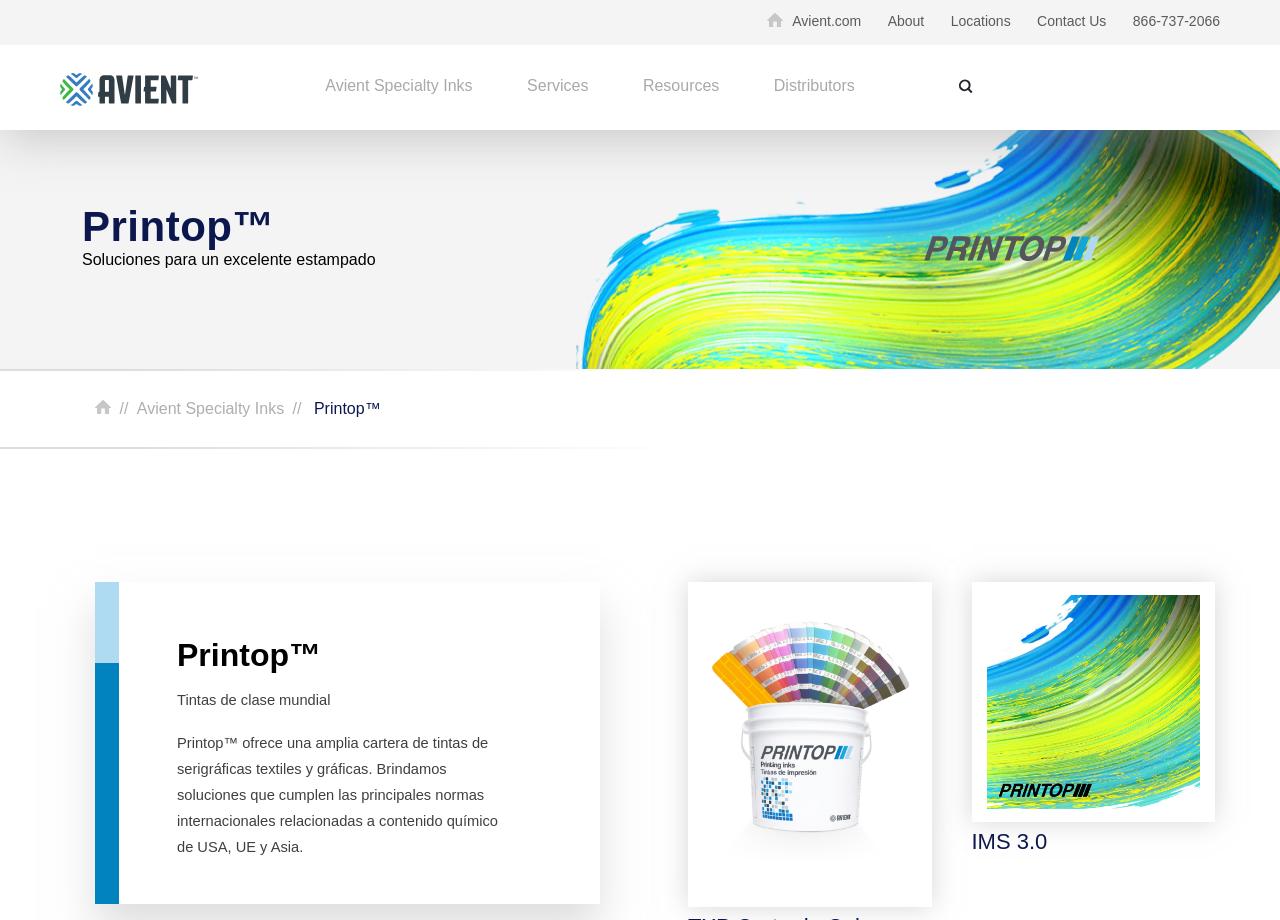 This screenshot has height=920, width=1280. I want to click on 'About', so click(904, 20).